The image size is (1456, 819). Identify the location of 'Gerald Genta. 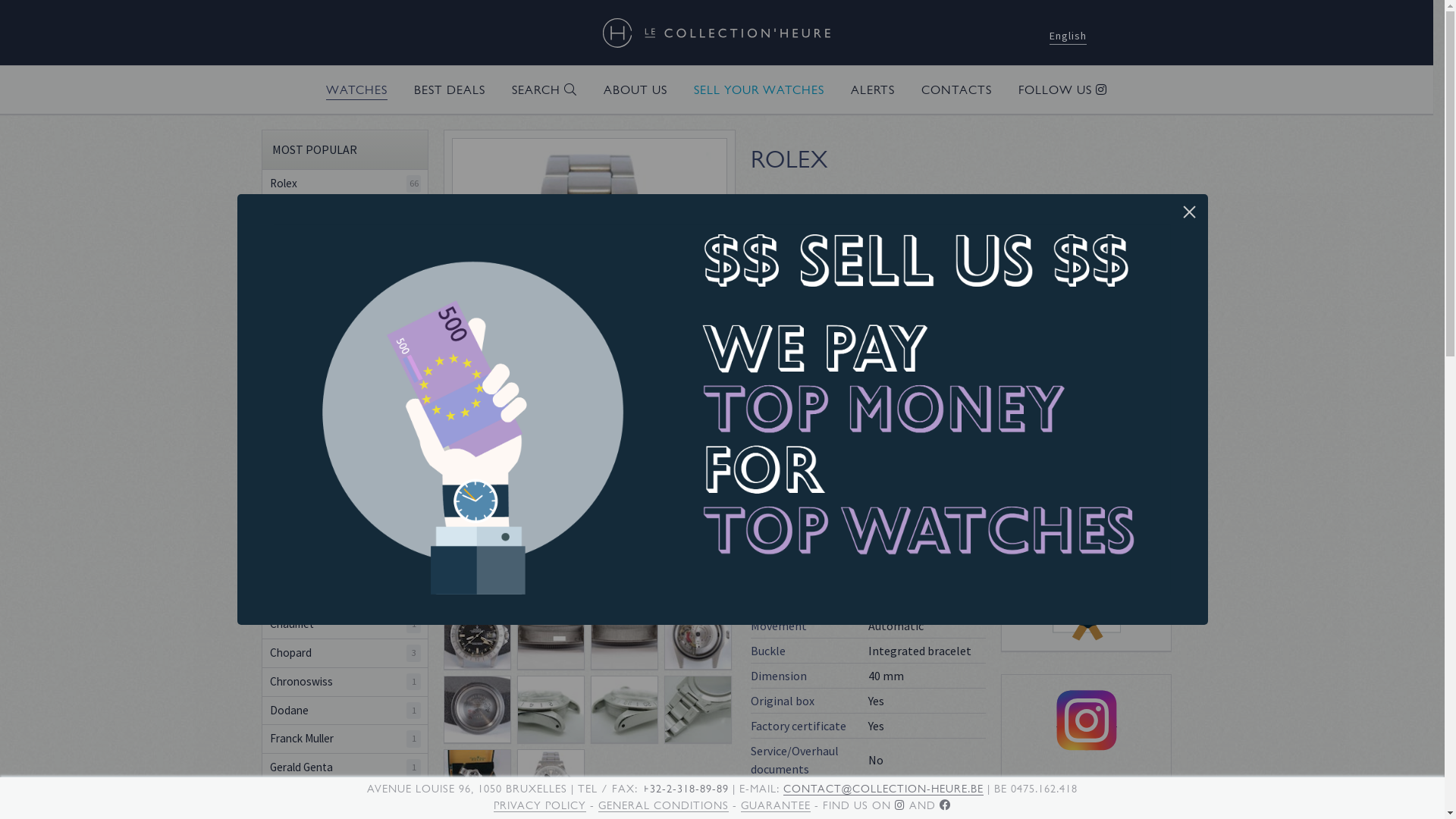
(344, 767).